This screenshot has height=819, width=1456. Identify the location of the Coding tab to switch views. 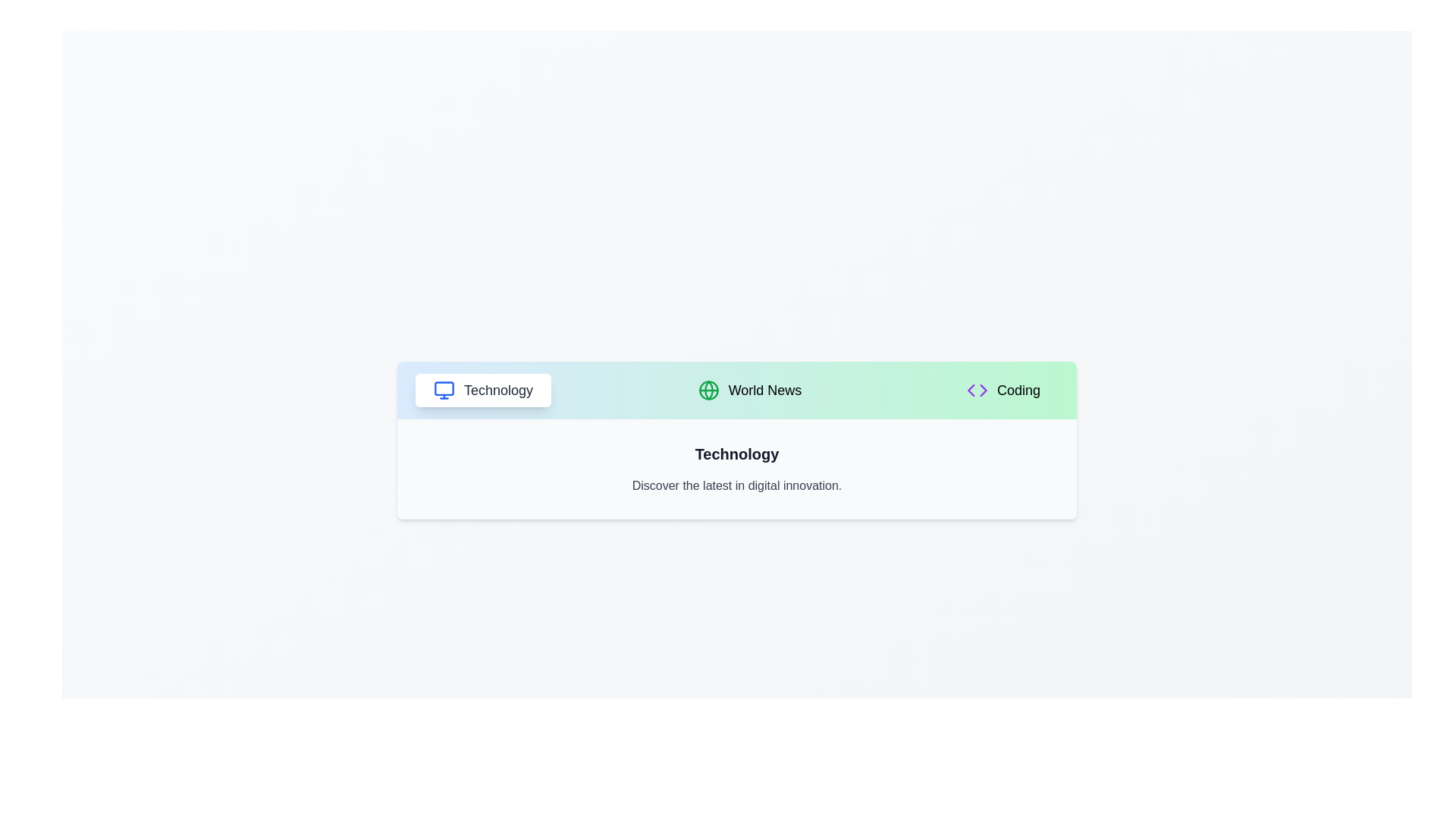
(1003, 390).